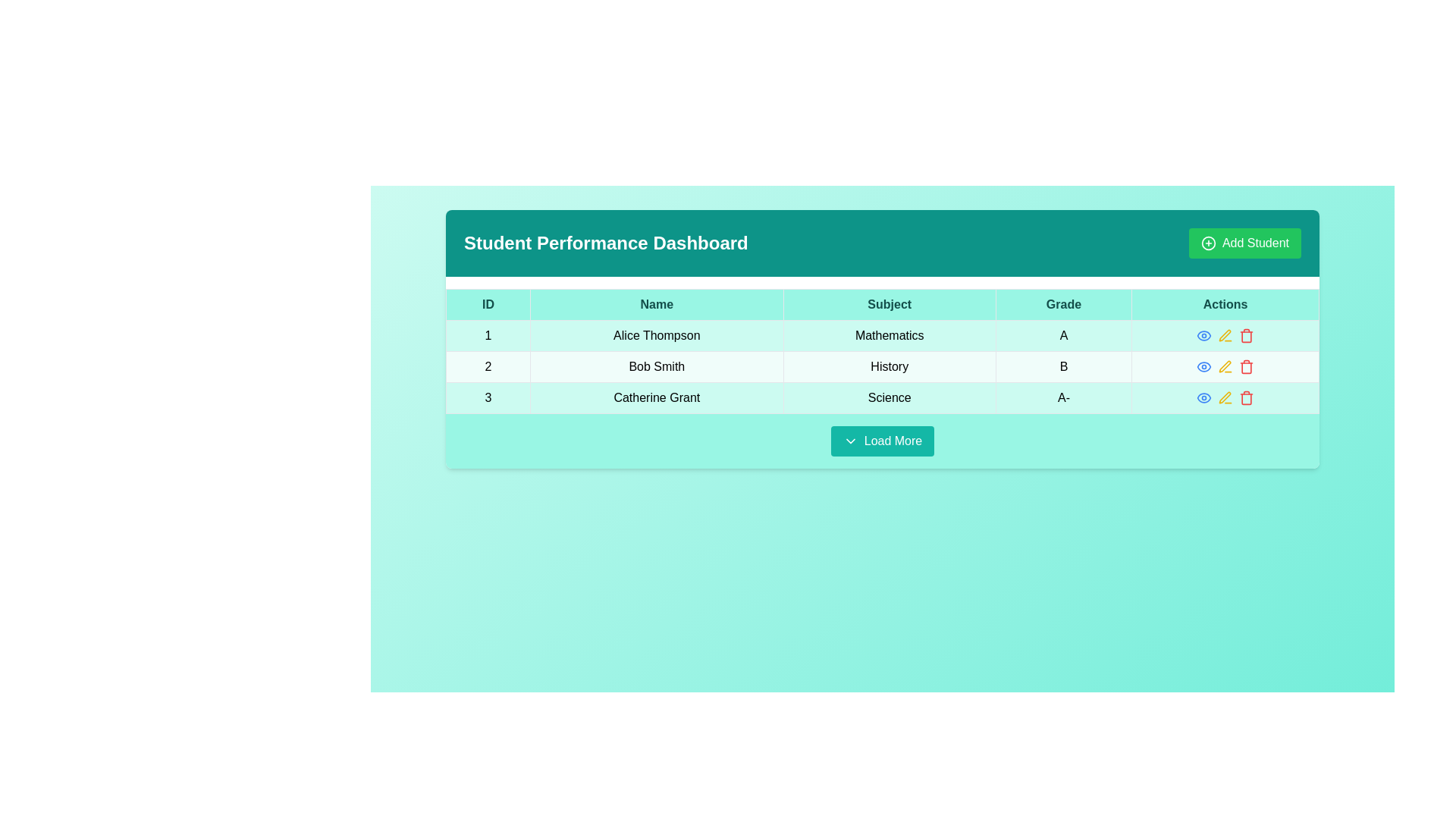 This screenshot has width=1456, height=819. What do you see at coordinates (1225, 366) in the screenshot?
I see `the edit icon, resembling a pen or pencil, located in the 'Actions' column of the second row in the table to initiate an edit action` at bounding box center [1225, 366].